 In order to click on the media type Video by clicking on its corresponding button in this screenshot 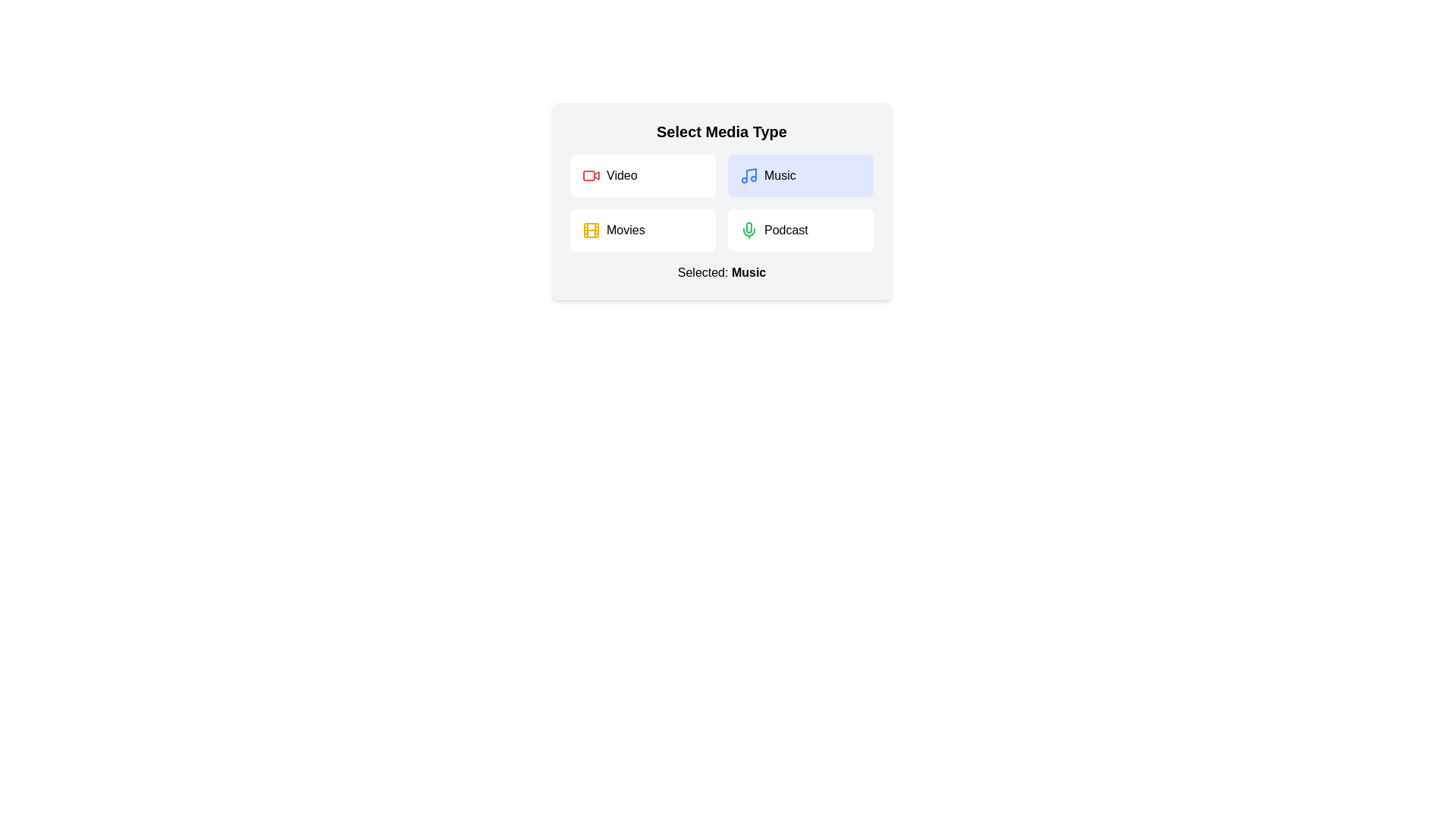, I will do `click(643, 174)`.